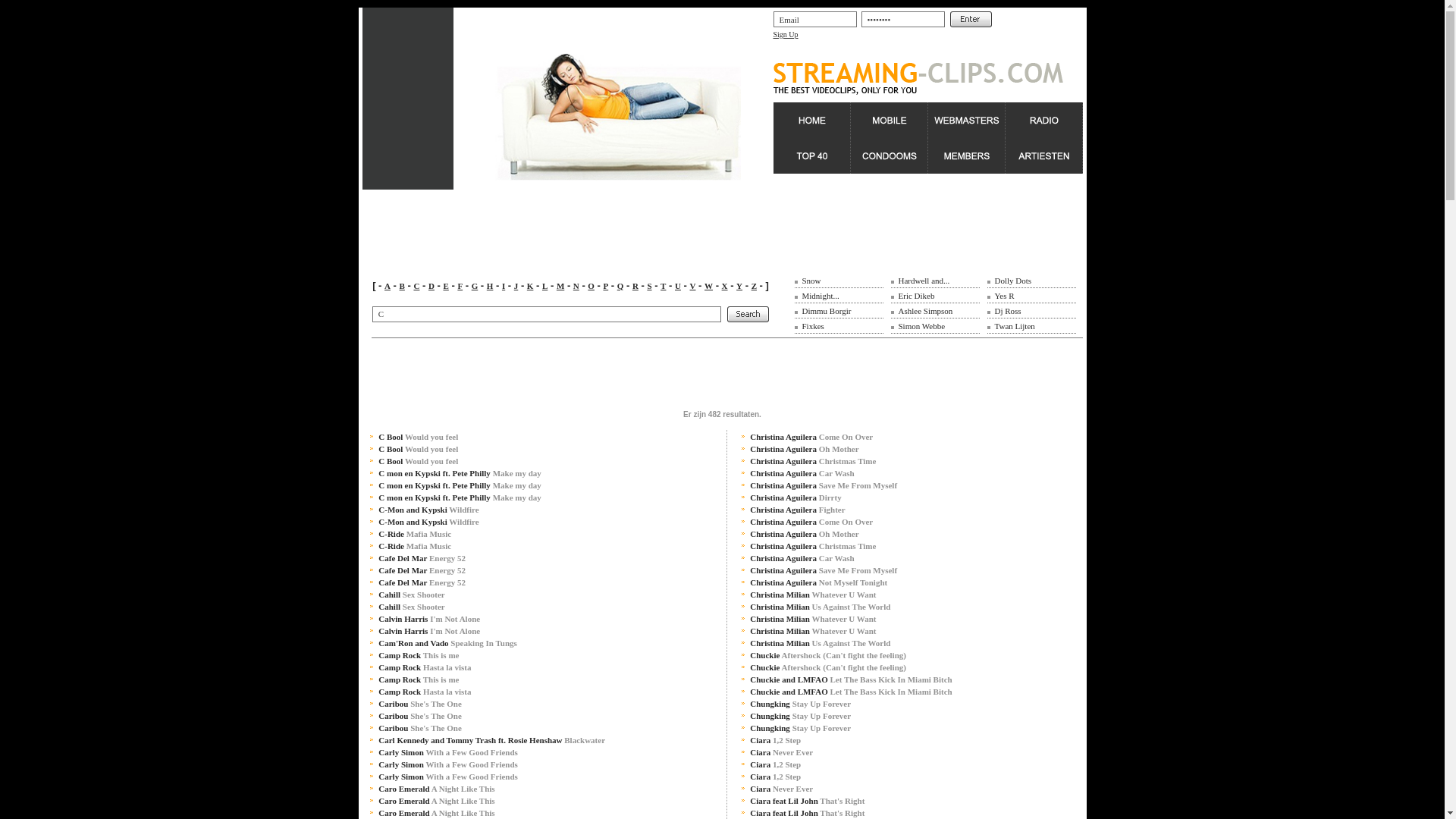 This screenshot has width=1456, height=819. Describe the element at coordinates (811, 520) in the screenshot. I see `'Christina Aguilera Come On Over'` at that location.